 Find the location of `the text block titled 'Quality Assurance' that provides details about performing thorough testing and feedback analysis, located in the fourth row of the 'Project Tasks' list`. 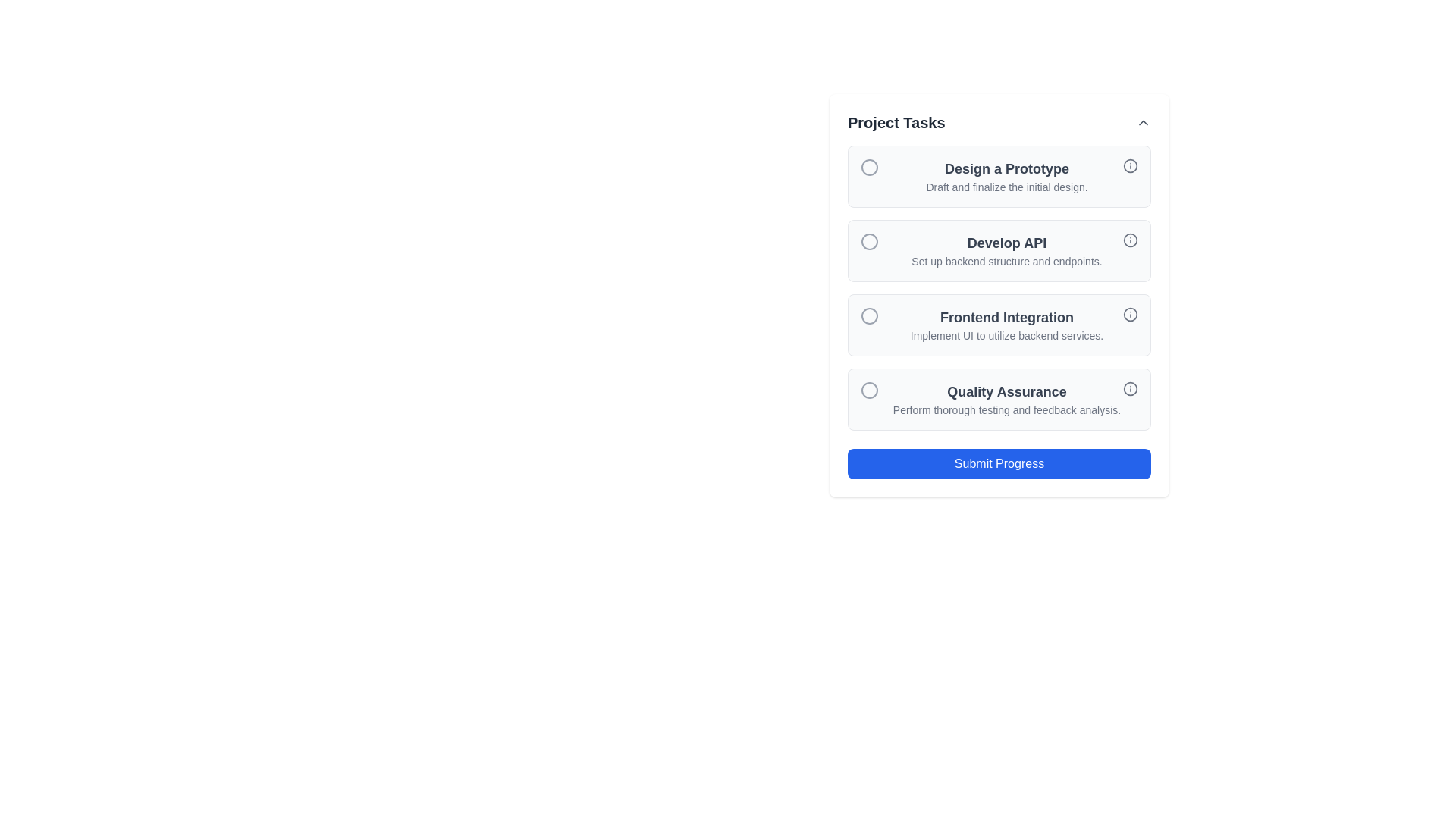

the text block titled 'Quality Assurance' that provides details about performing thorough testing and feedback analysis, located in the fourth row of the 'Project Tasks' list is located at coordinates (1007, 399).